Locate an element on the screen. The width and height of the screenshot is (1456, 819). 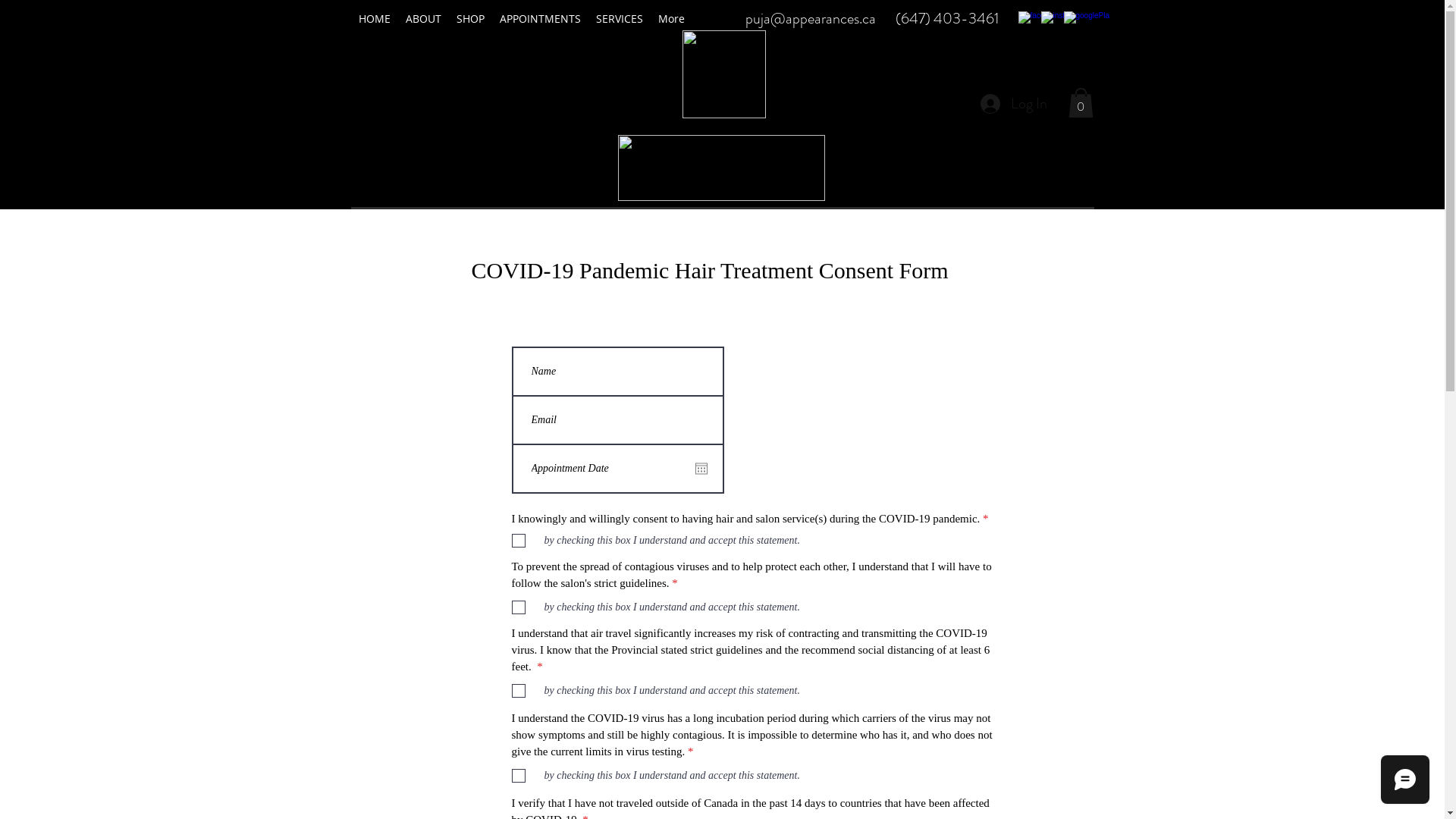
'0' is located at coordinates (1079, 102).